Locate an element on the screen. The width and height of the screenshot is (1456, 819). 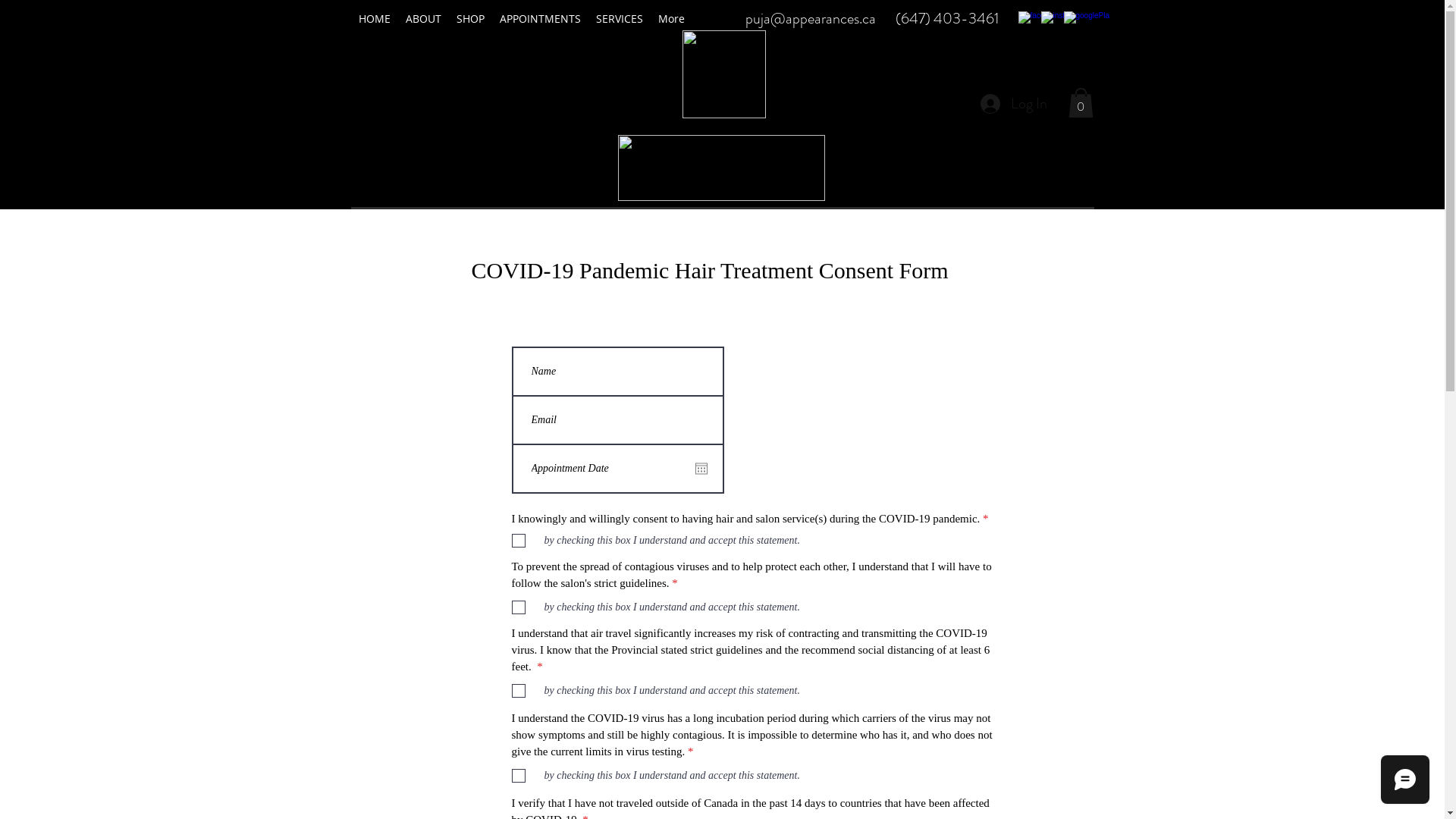
'0' is located at coordinates (1079, 102).